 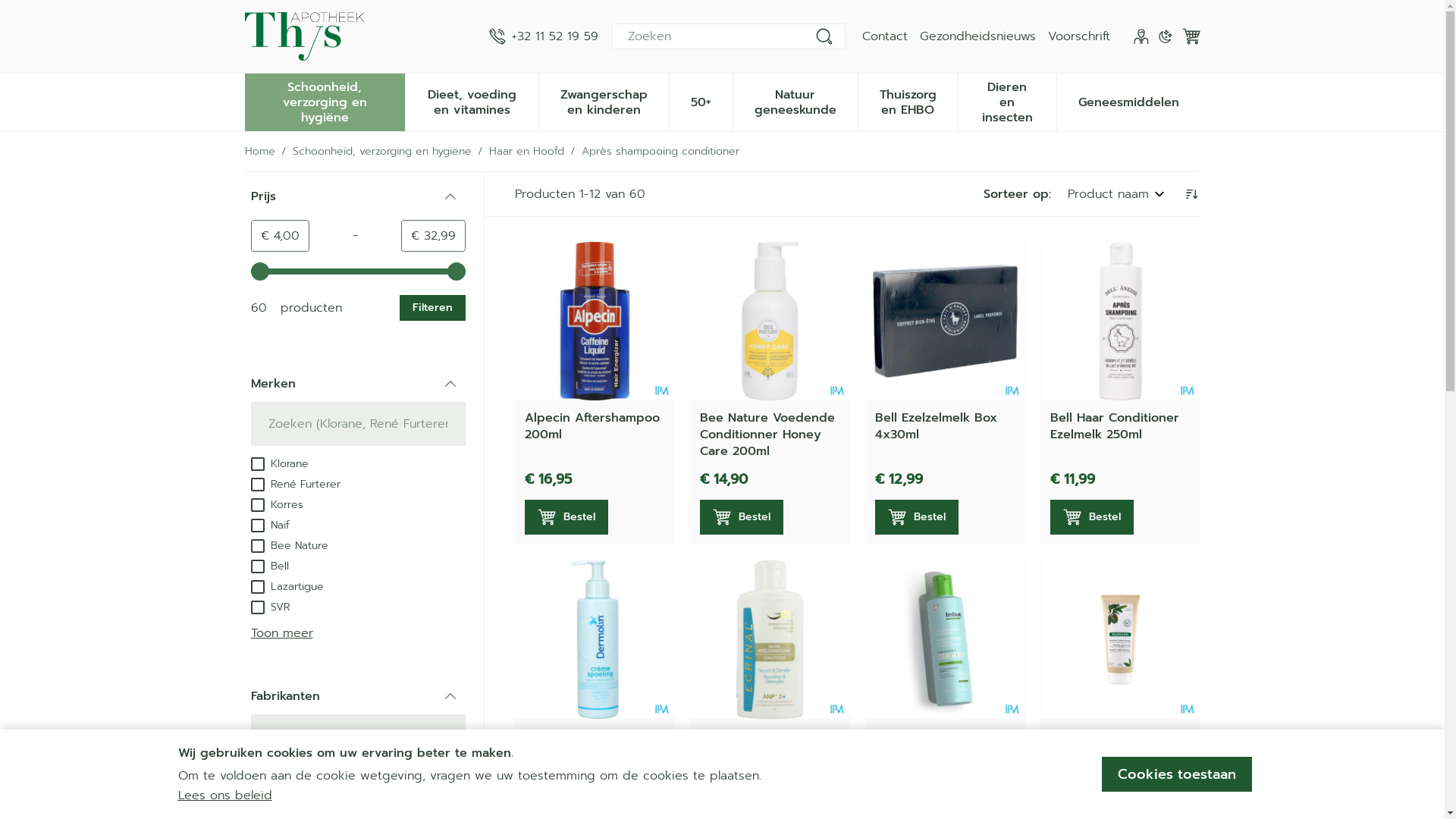 I want to click on 'on', so click(x=257, y=546).